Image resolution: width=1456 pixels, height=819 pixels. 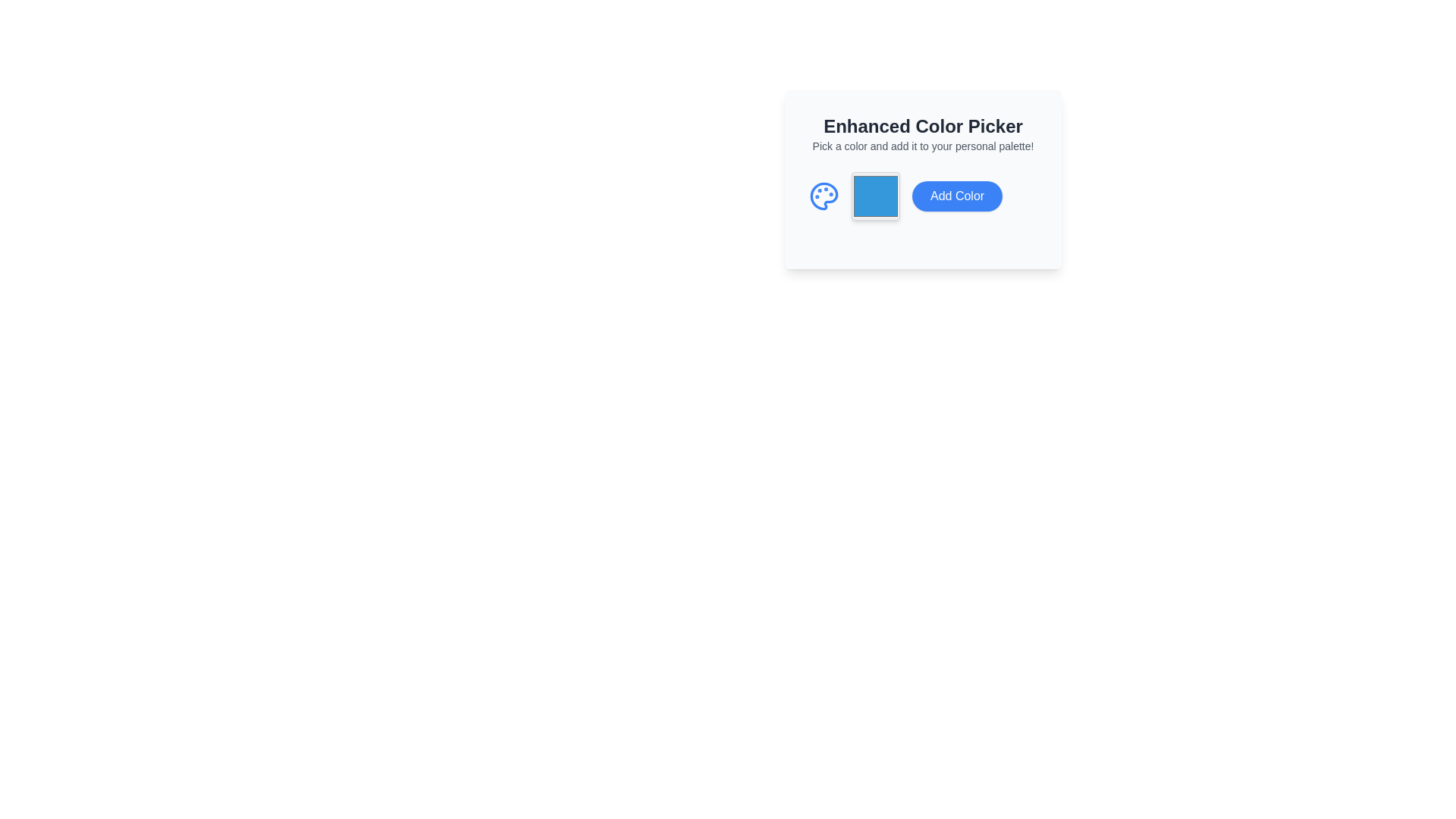 What do you see at coordinates (956, 195) in the screenshot?
I see `the 'Add Color' button, which is a rounded button with a bright blue background and white text` at bounding box center [956, 195].